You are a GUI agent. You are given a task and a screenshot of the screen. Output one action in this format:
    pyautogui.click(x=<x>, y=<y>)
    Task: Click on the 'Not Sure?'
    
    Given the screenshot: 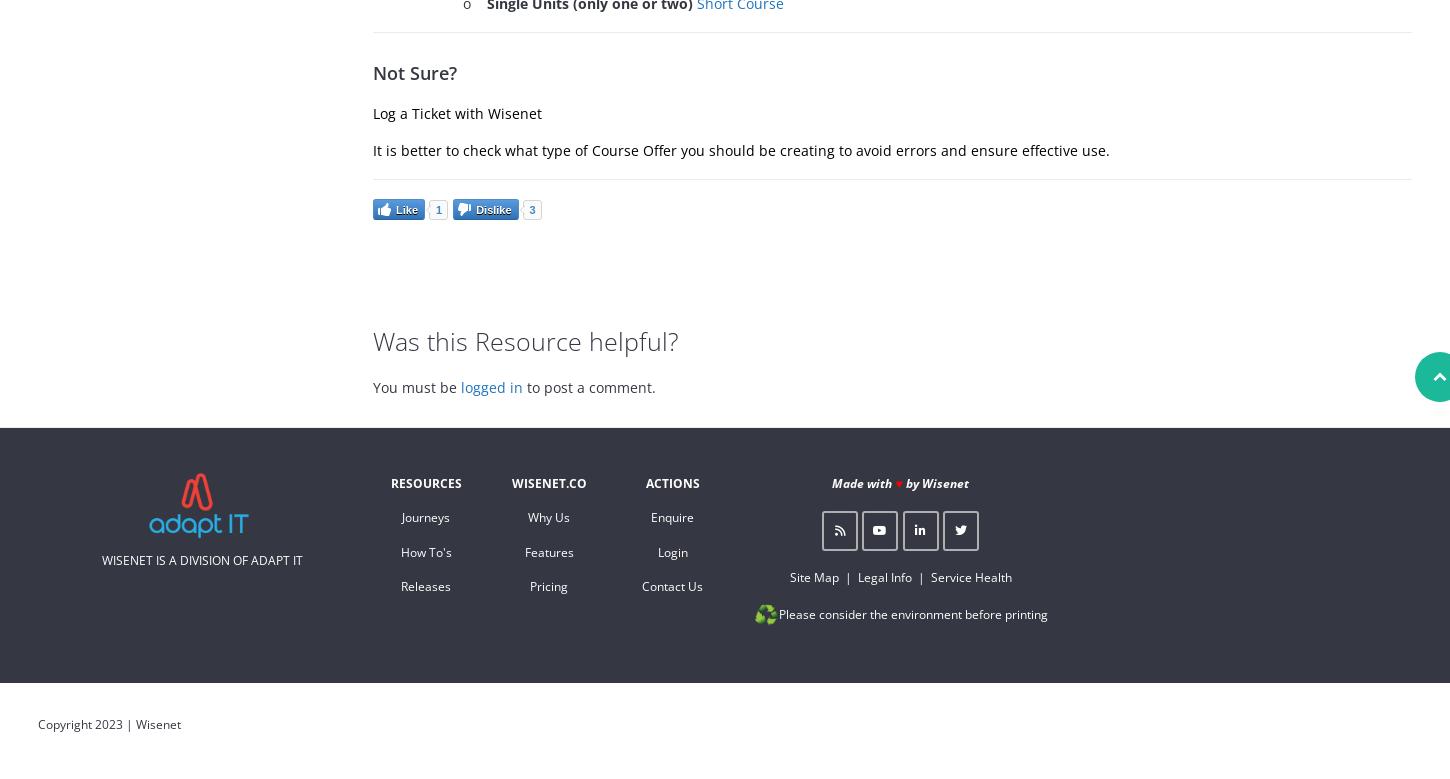 What is the action you would take?
    pyautogui.click(x=413, y=72)
    